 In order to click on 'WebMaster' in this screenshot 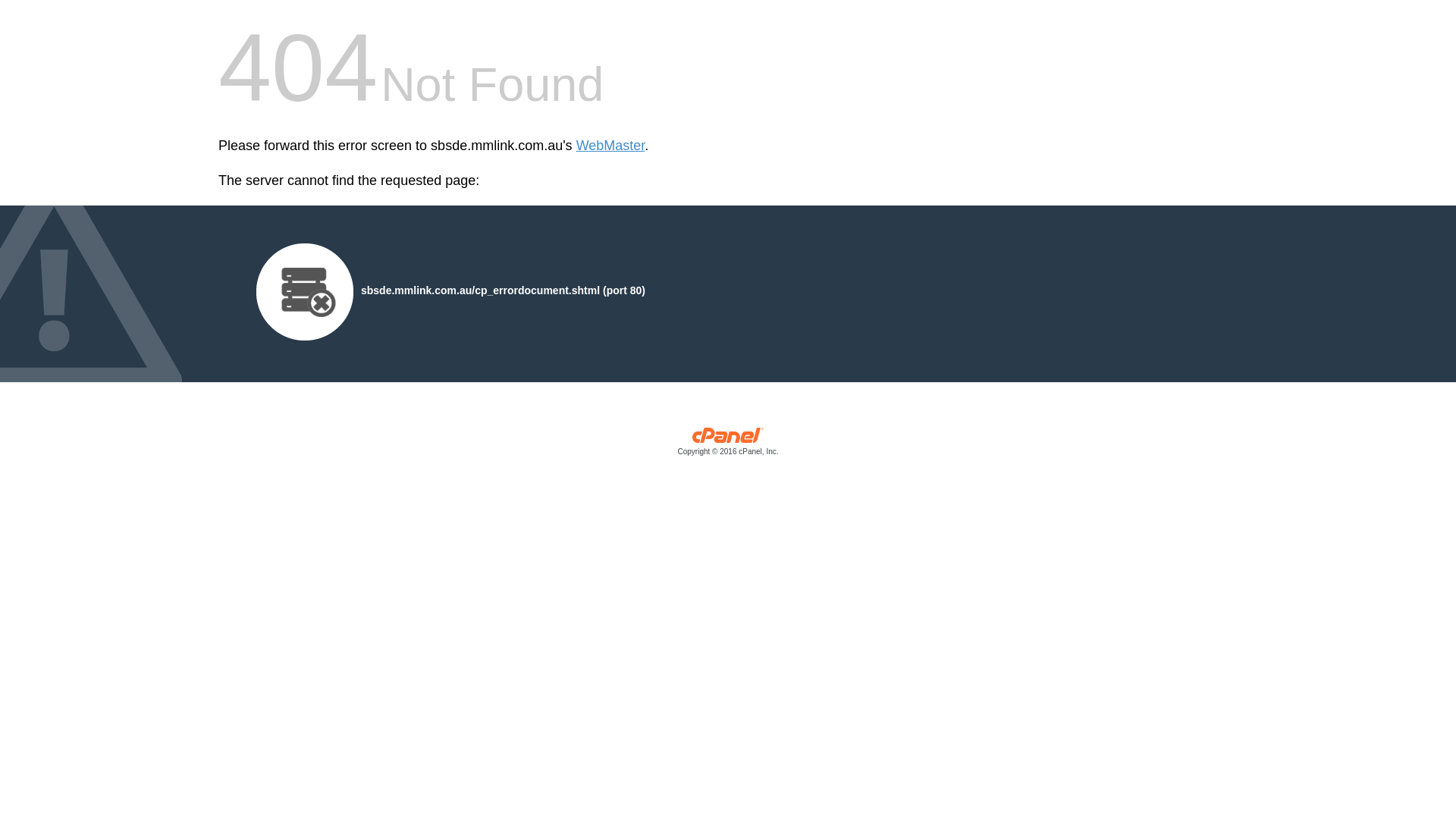, I will do `click(610, 146)`.